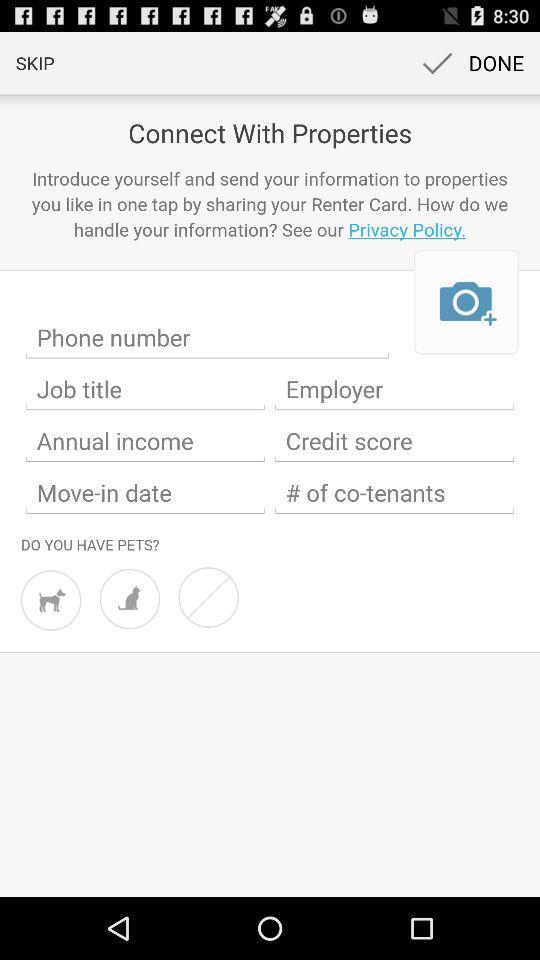 This screenshot has height=960, width=540. I want to click on cat, so click(129, 599).